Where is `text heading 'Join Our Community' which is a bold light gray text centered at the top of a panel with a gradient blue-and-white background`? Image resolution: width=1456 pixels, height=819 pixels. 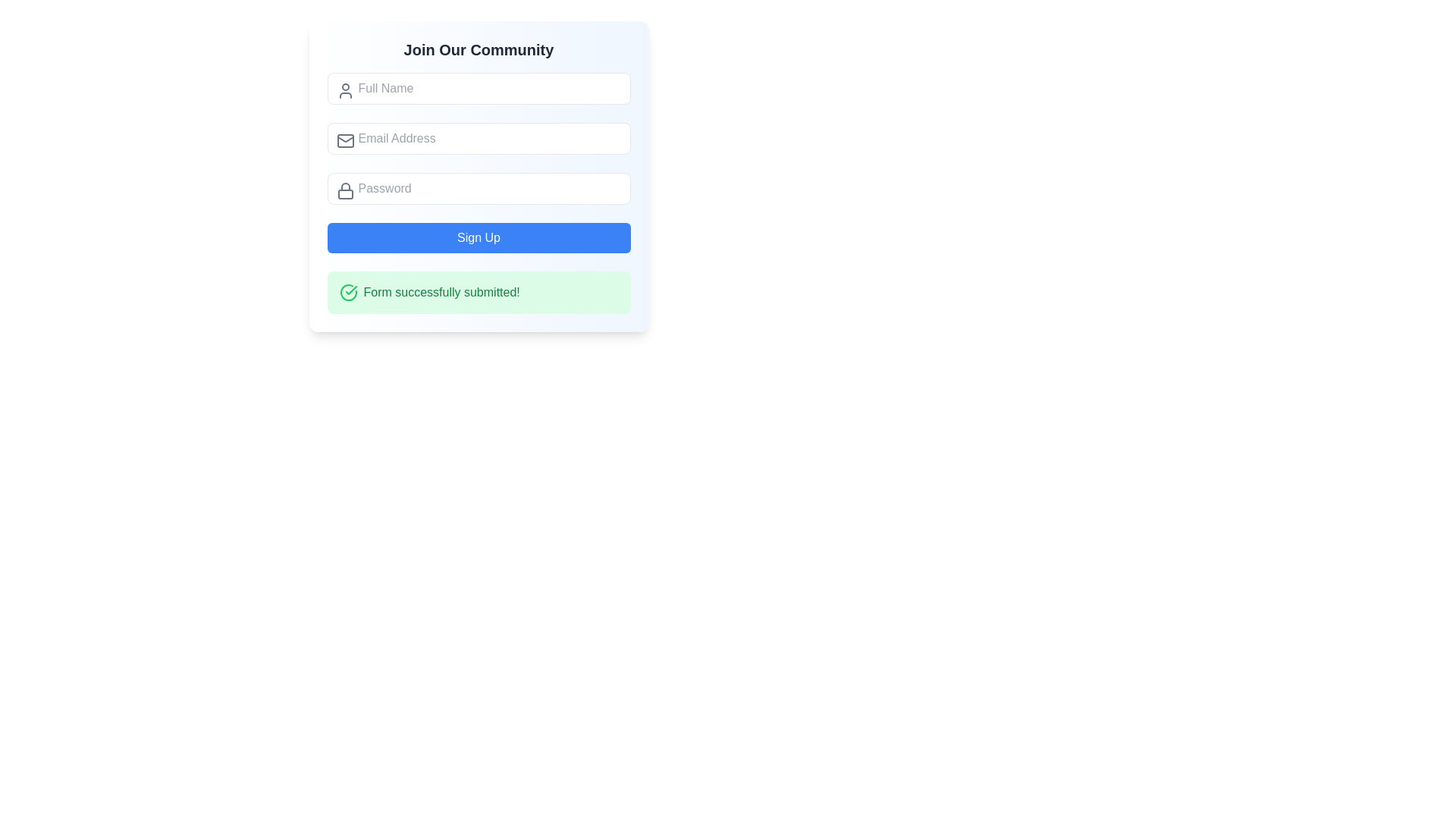
text heading 'Join Our Community' which is a bold light gray text centered at the top of a panel with a gradient blue-and-white background is located at coordinates (478, 49).